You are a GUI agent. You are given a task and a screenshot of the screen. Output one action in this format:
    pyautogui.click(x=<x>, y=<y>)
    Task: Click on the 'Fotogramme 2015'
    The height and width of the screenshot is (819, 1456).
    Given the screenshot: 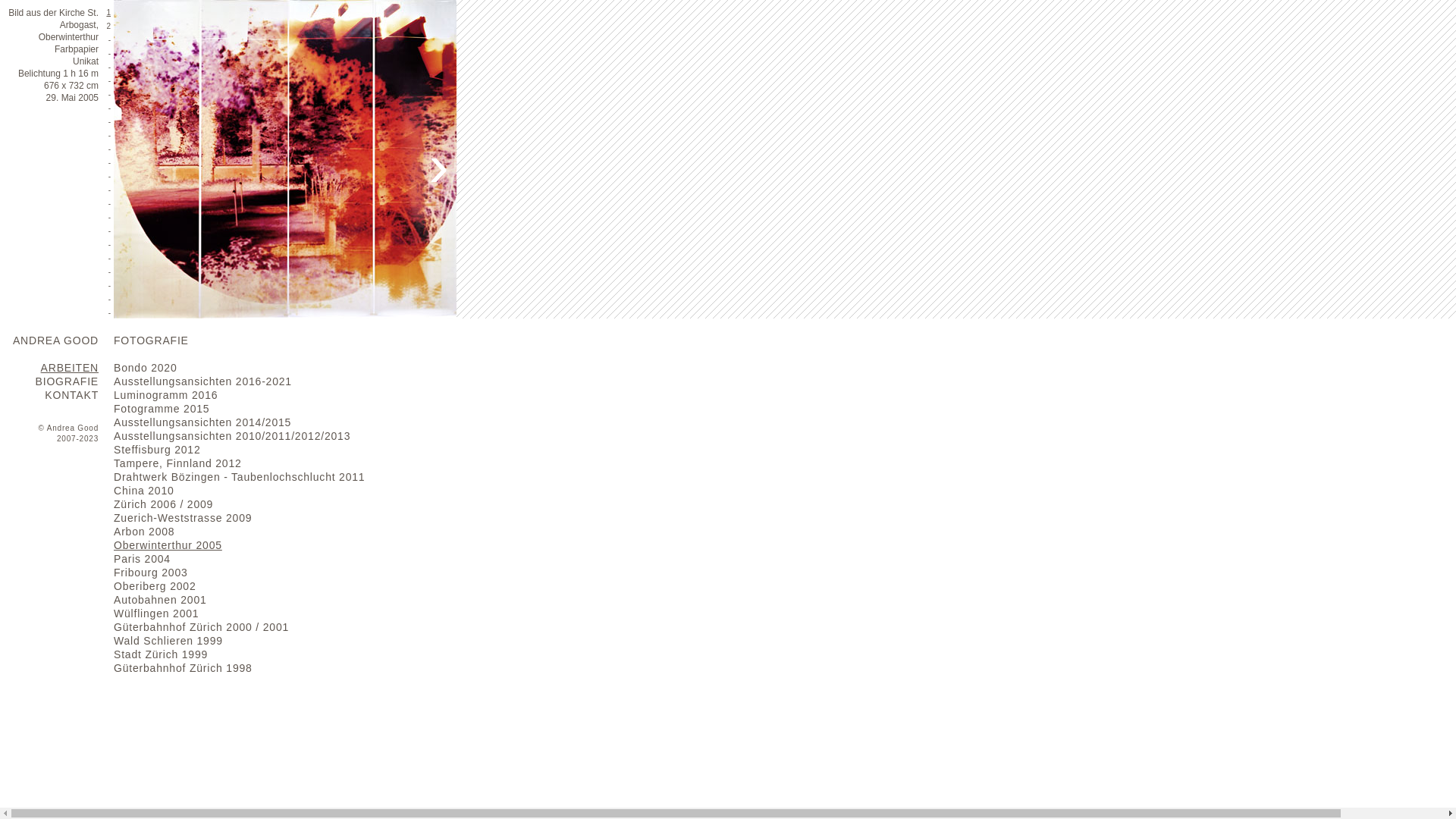 What is the action you would take?
    pyautogui.click(x=161, y=408)
    